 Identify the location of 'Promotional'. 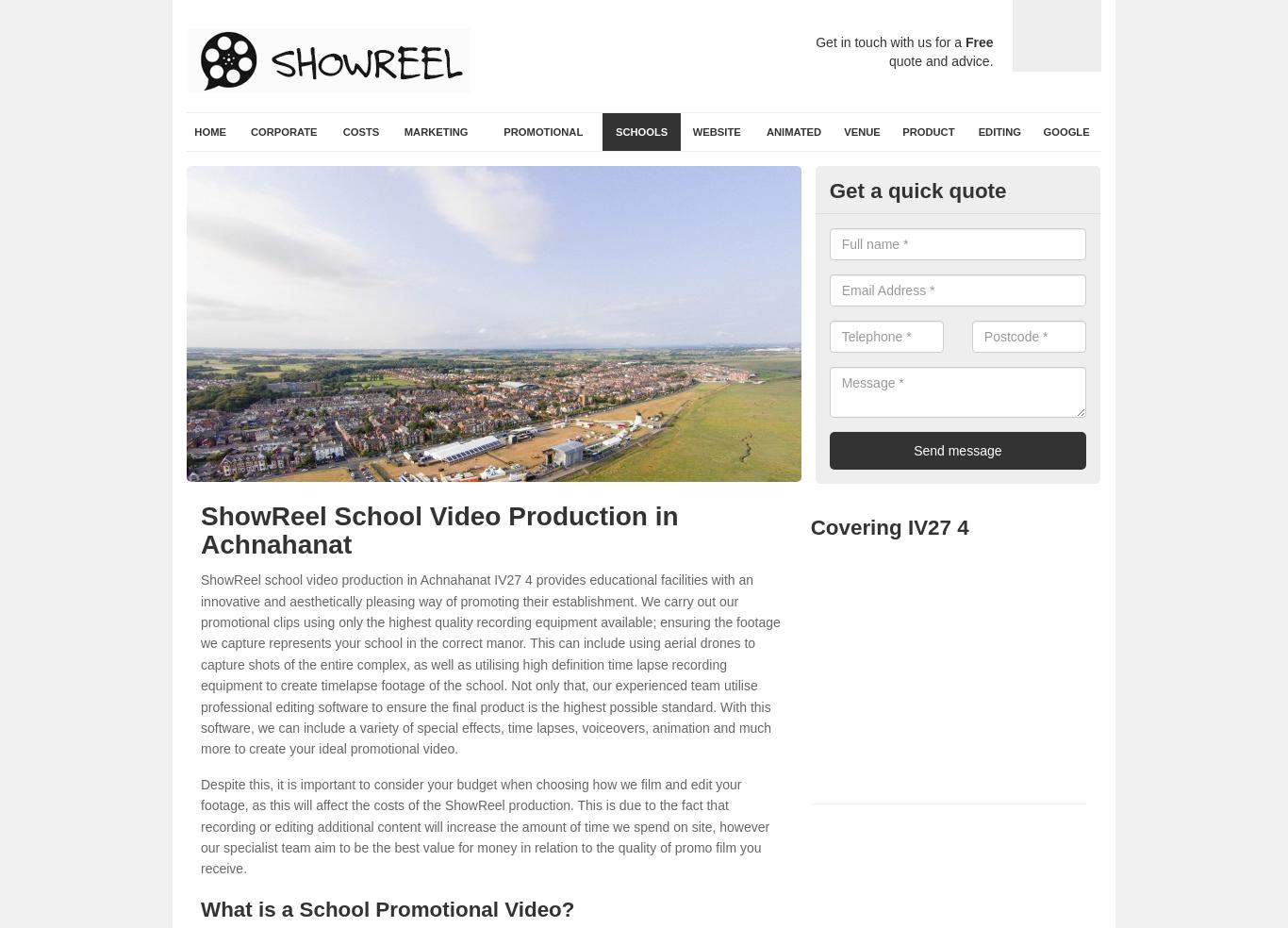
(542, 132).